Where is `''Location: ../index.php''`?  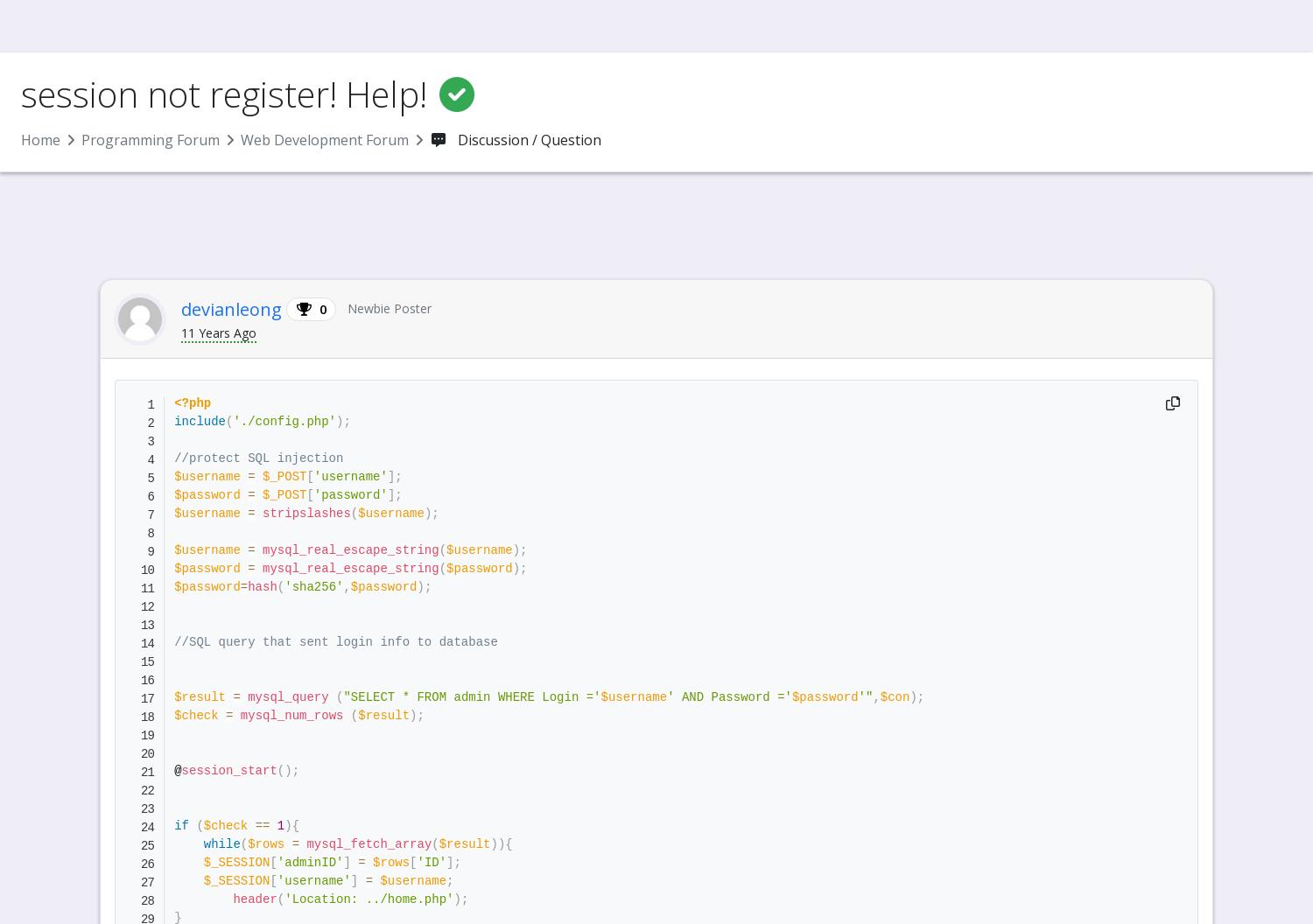
''Location: ../index.php'' is located at coordinates (423, 77).